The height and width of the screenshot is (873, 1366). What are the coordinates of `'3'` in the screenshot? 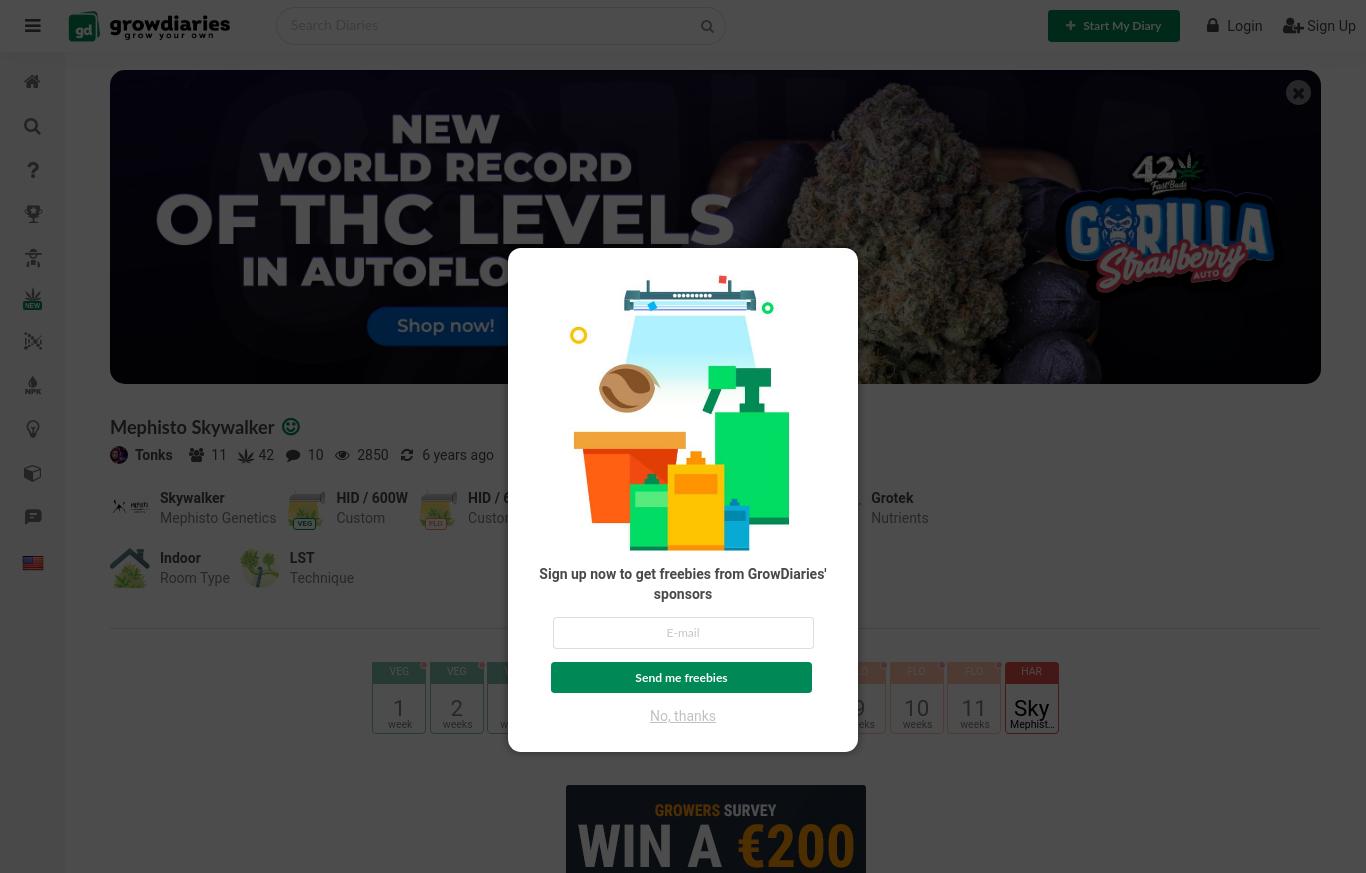 It's located at (514, 707).